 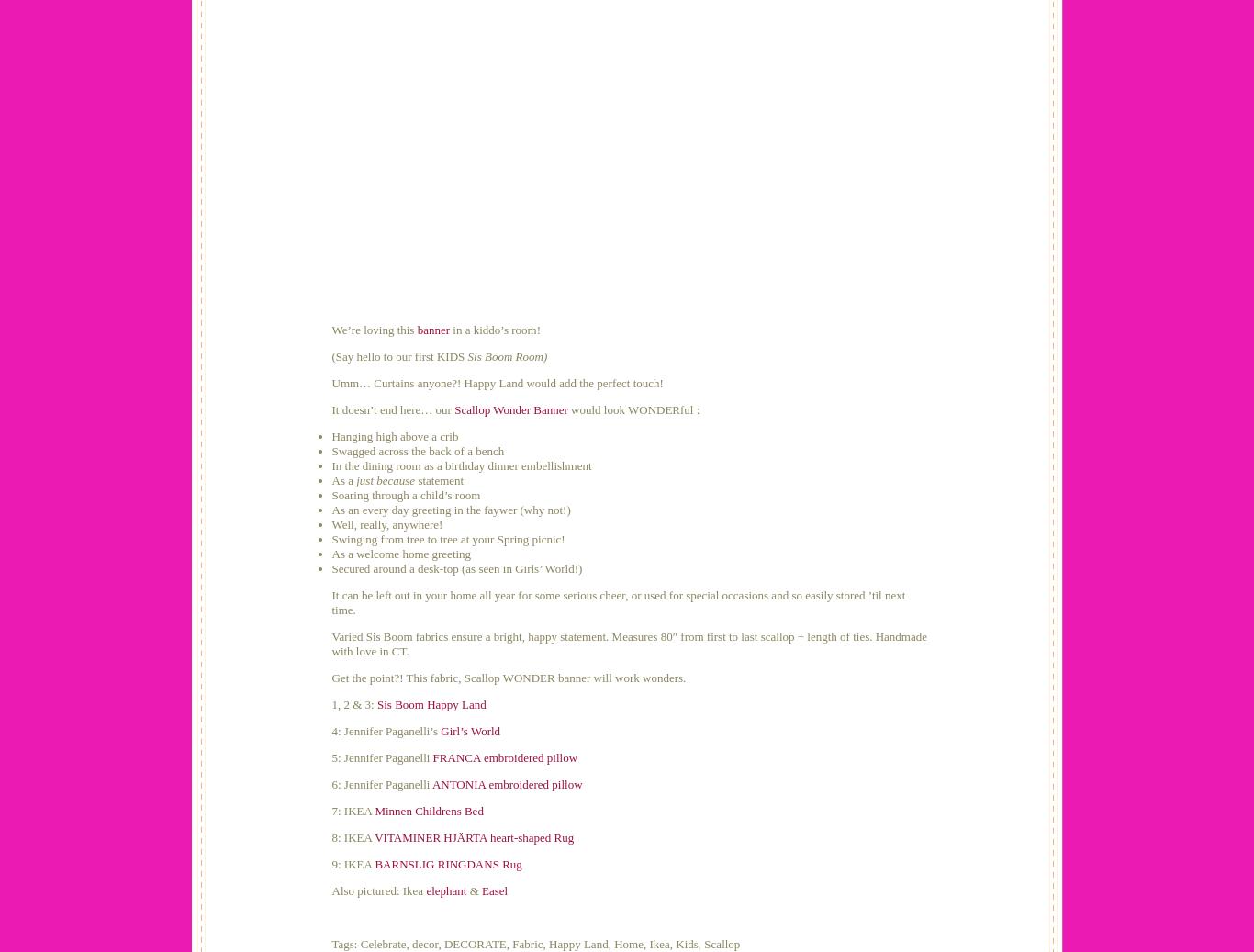 What do you see at coordinates (399, 554) in the screenshot?
I see `'As a welcome home greeting'` at bounding box center [399, 554].